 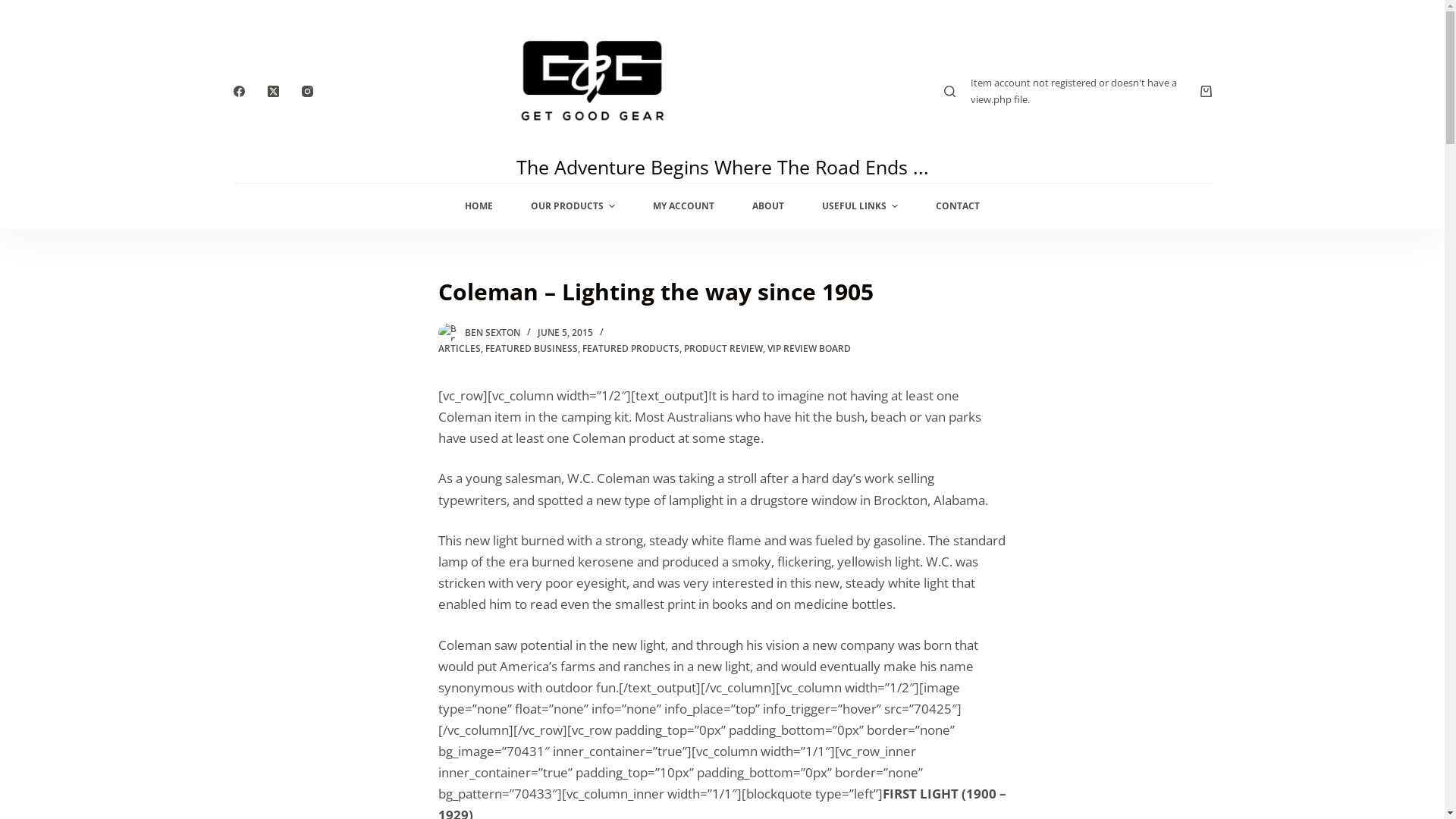 What do you see at coordinates (572, 206) in the screenshot?
I see `'OUR PRODUCTS'` at bounding box center [572, 206].